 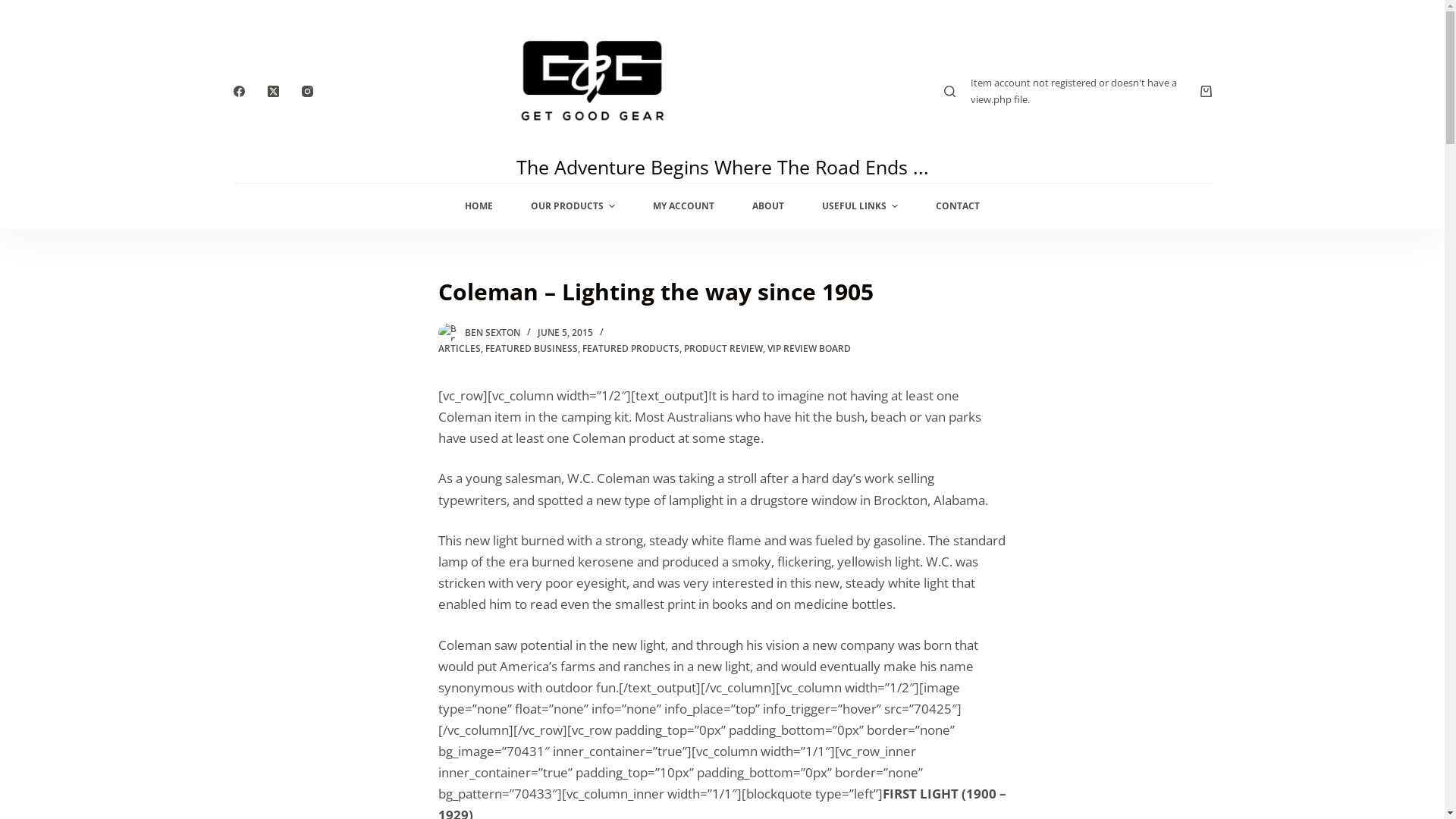 What do you see at coordinates (572, 206) in the screenshot?
I see `'OUR PRODUCTS'` at bounding box center [572, 206].